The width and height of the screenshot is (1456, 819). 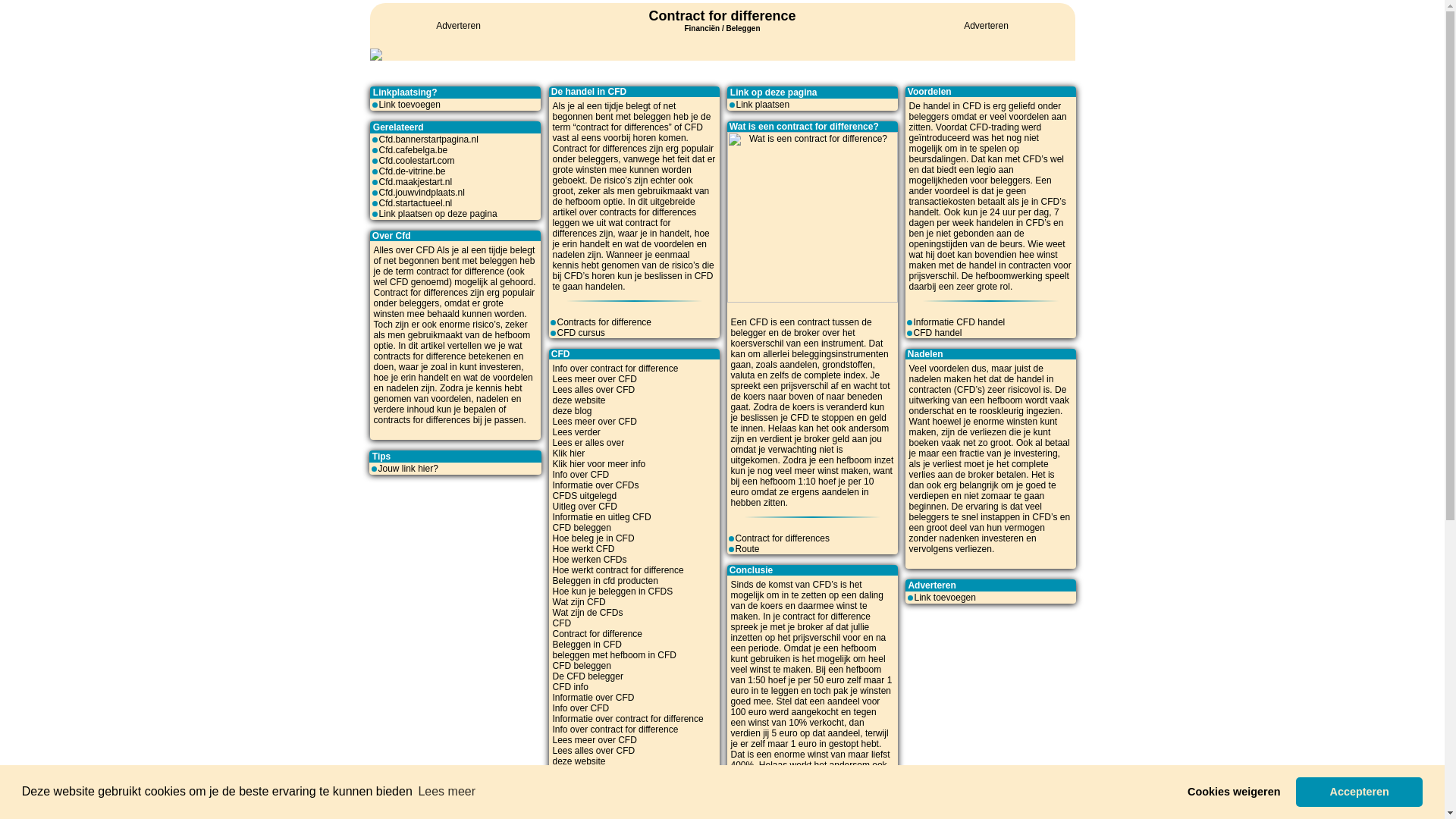 I want to click on 'Cfd.cafebelga.be', so click(x=413, y=149).